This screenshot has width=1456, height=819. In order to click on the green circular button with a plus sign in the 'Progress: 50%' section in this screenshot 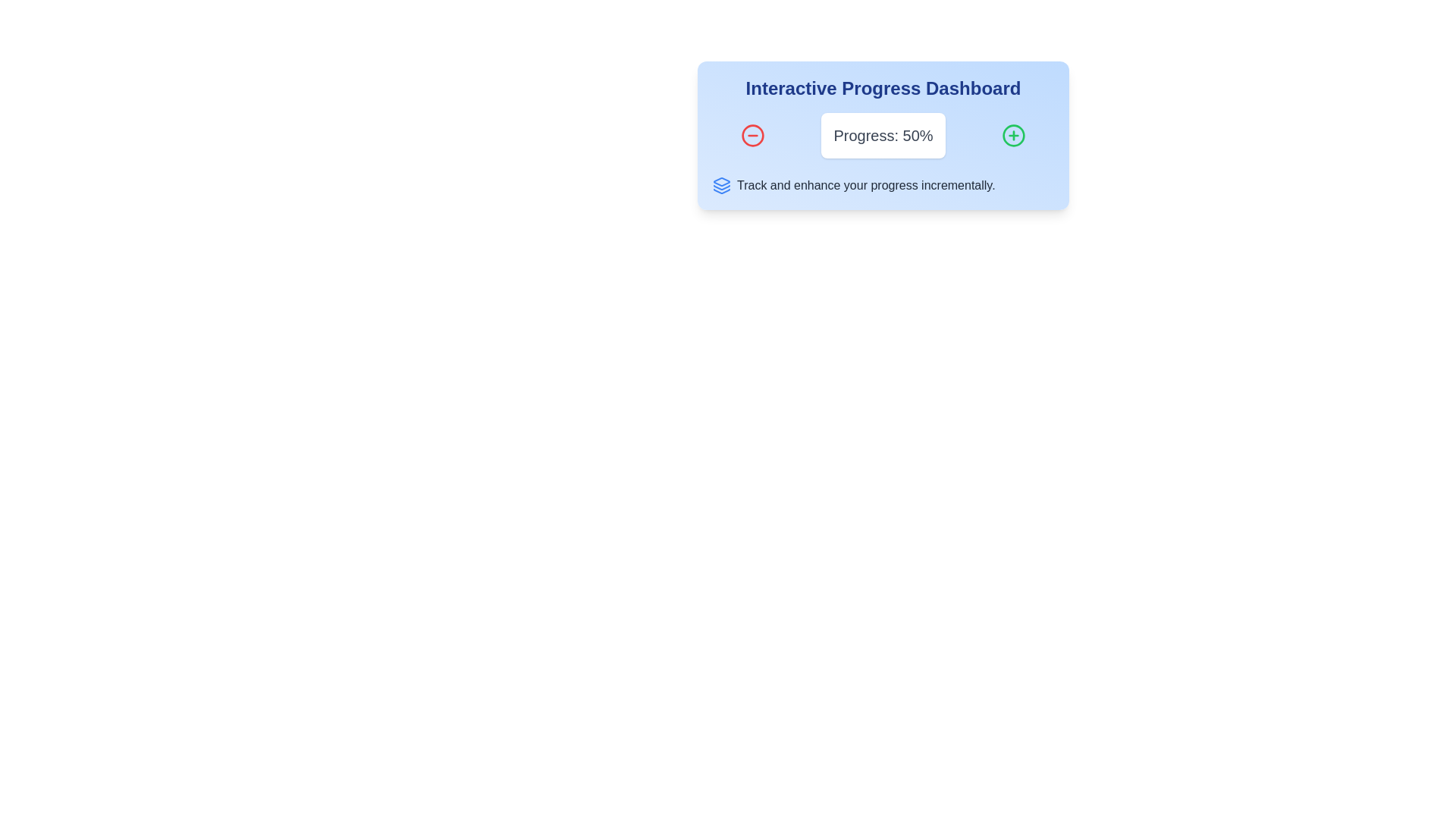, I will do `click(1013, 134)`.